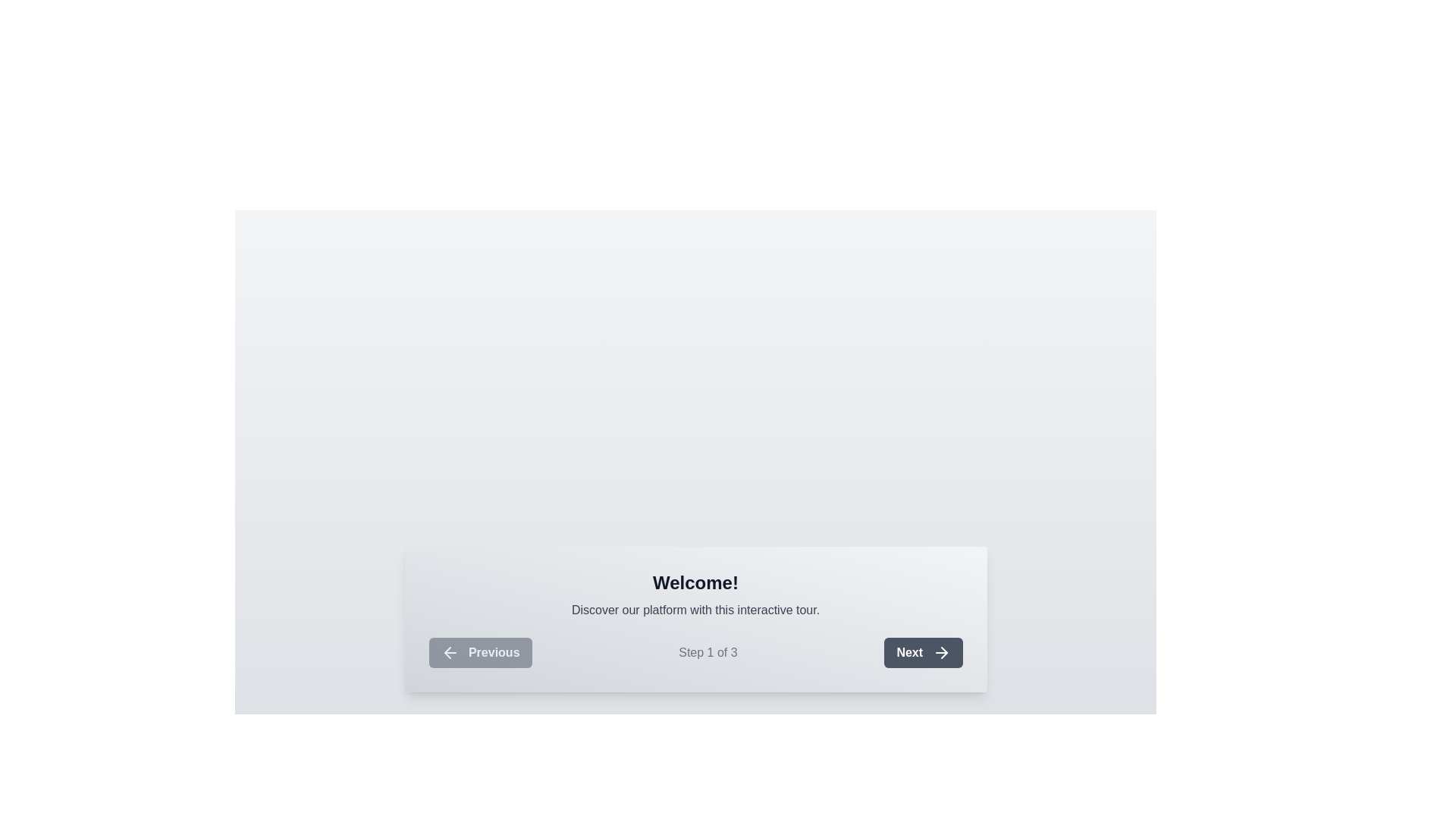  I want to click on the small left-pointing arrow inside the gray button labeled 'Previous' located at the bottom-left corner of the dialog box, so click(449, 652).